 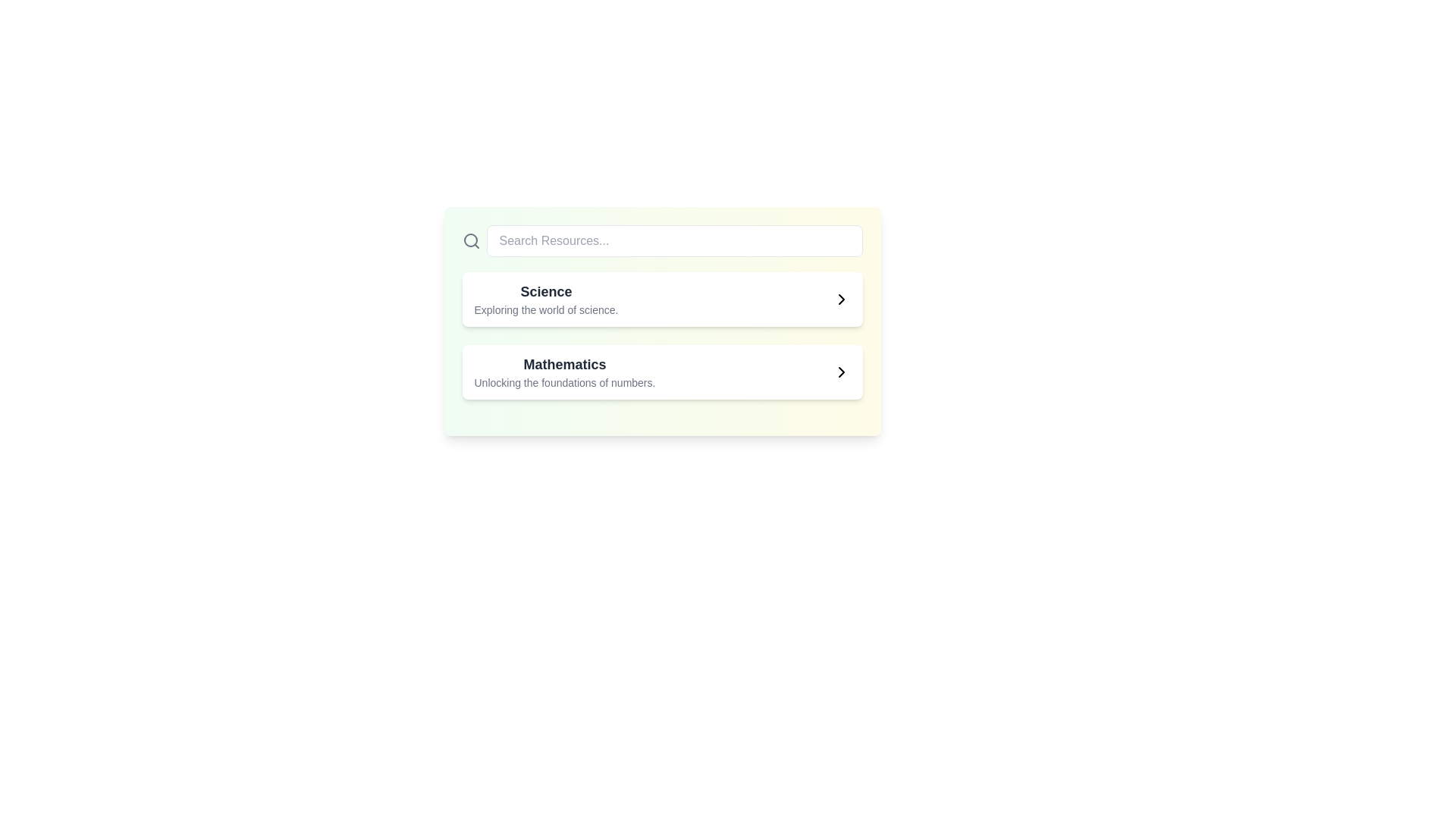 What do you see at coordinates (546, 309) in the screenshot?
I see `the text label reading 'Exploring the world of science.' which is situated directly below the header 'Science'` at bounding box center [546, 309].